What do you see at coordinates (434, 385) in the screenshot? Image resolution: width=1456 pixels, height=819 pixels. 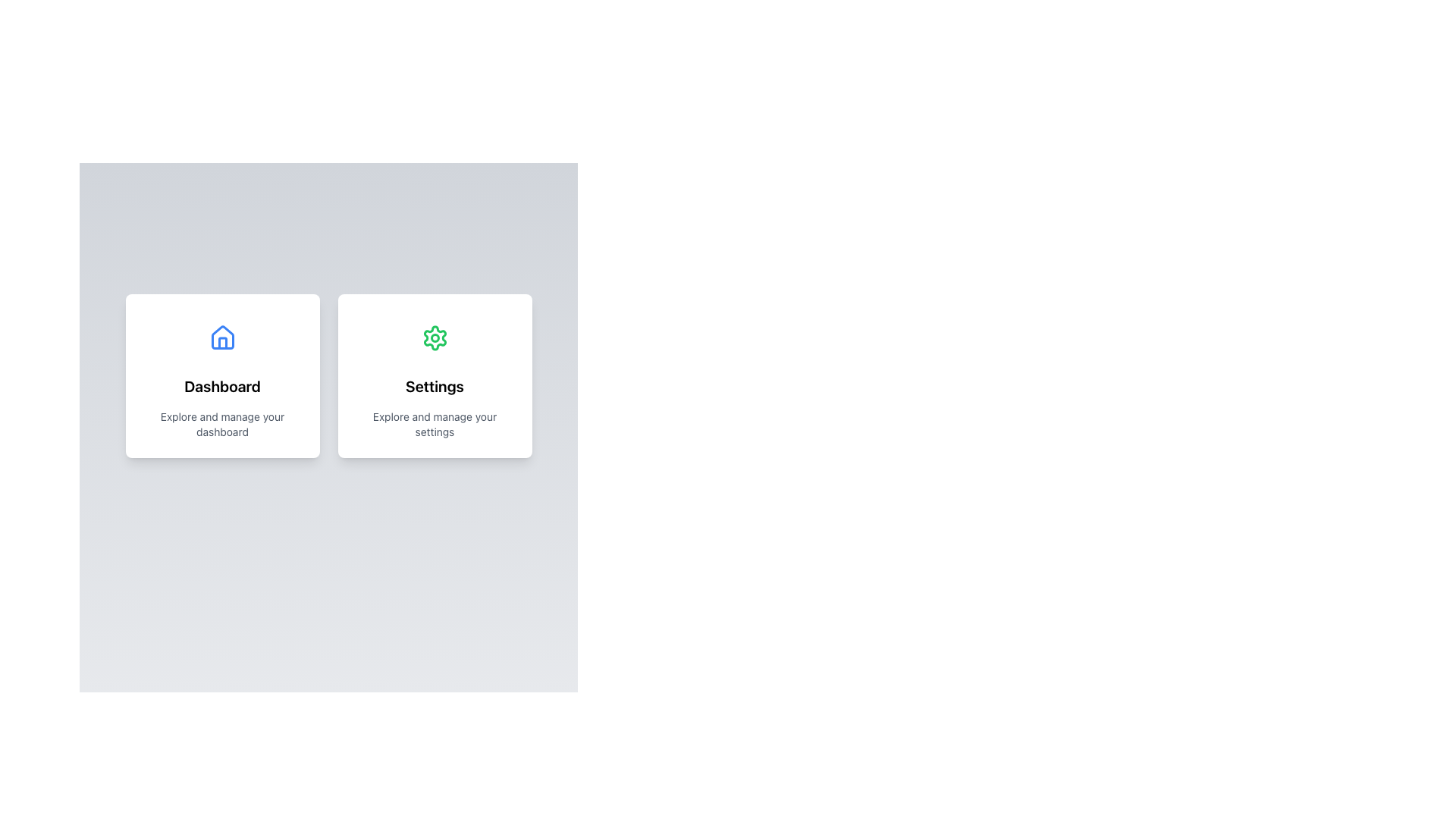 I see `the text label that serves as the title or header for the settings card, located below a gear icon in the right-hand card of a two-card layout` at bounding box center [434, 385].